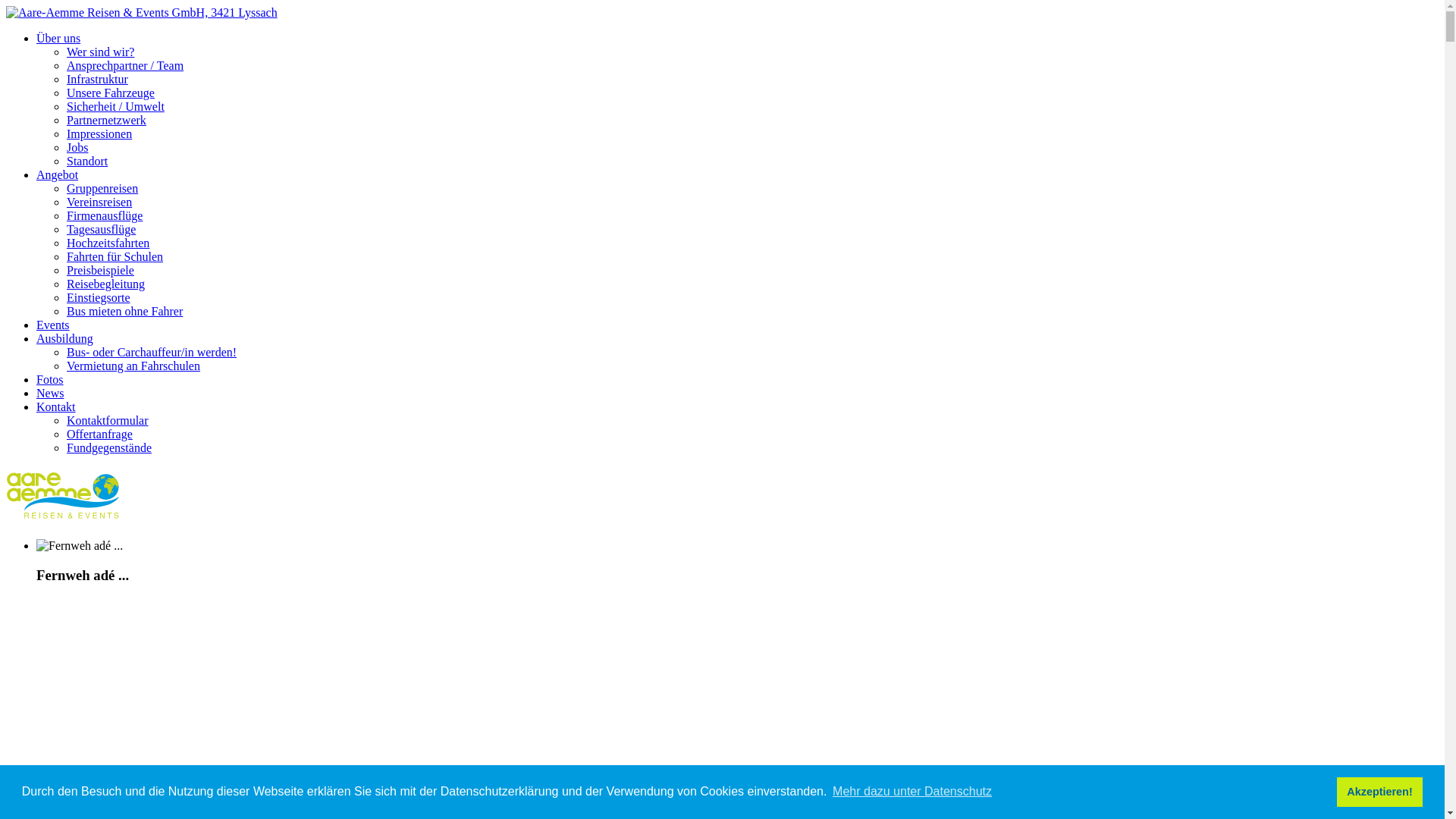 The height and width of the screenshot is (819, 1456). I want to click on 'Unsere Fahrzeuge', so click(109, 93).